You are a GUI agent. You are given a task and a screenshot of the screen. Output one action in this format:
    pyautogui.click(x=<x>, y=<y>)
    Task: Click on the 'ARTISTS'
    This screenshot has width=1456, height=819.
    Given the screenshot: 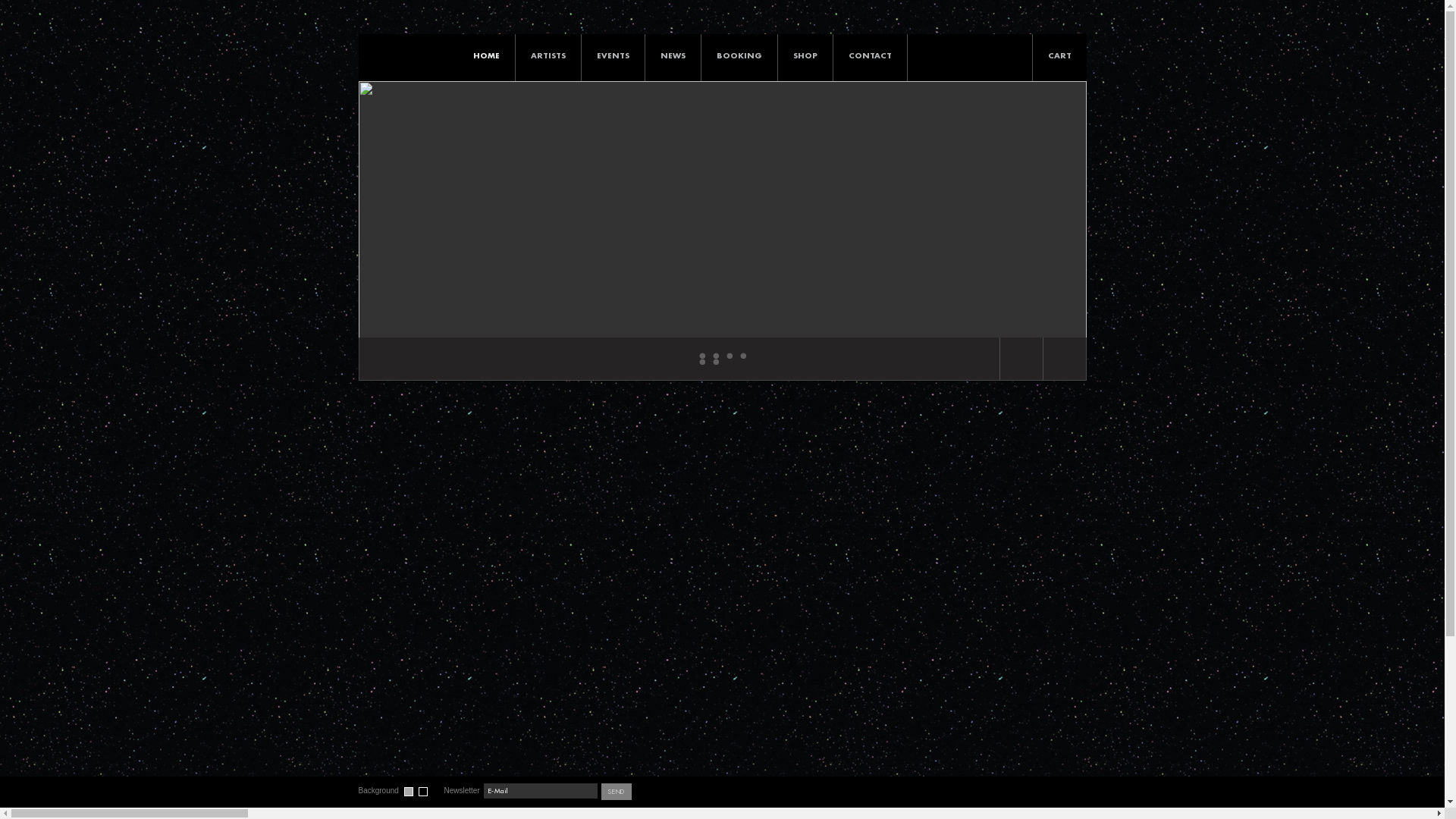 What is the action you would take?
    pyautogui.click(x=548, y=55)
    